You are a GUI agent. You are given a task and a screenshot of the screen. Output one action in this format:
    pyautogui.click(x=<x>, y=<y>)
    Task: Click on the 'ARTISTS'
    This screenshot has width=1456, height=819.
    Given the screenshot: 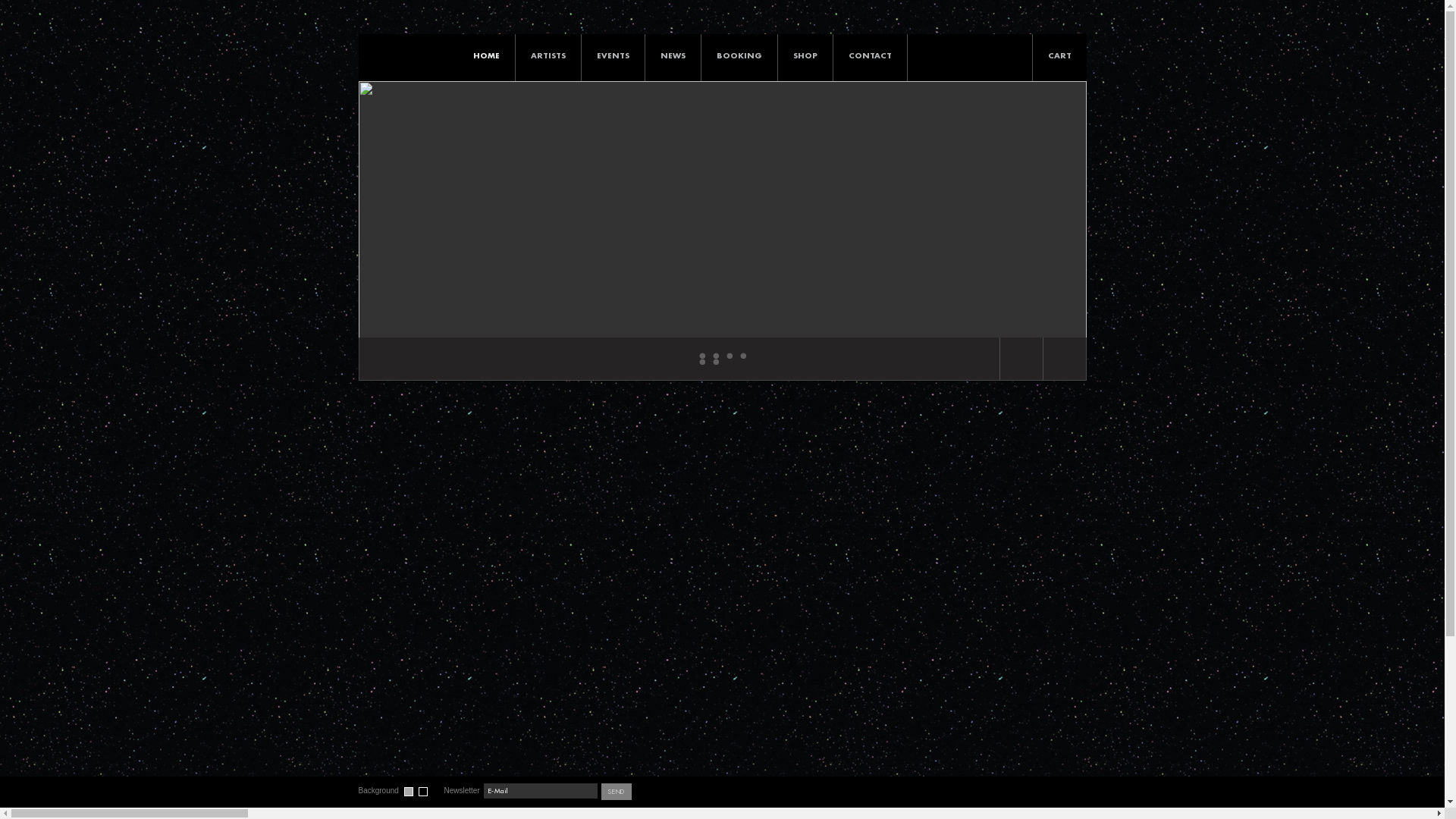 What is the action you would take?
    pyautogui.click(x=548, y=55)
    